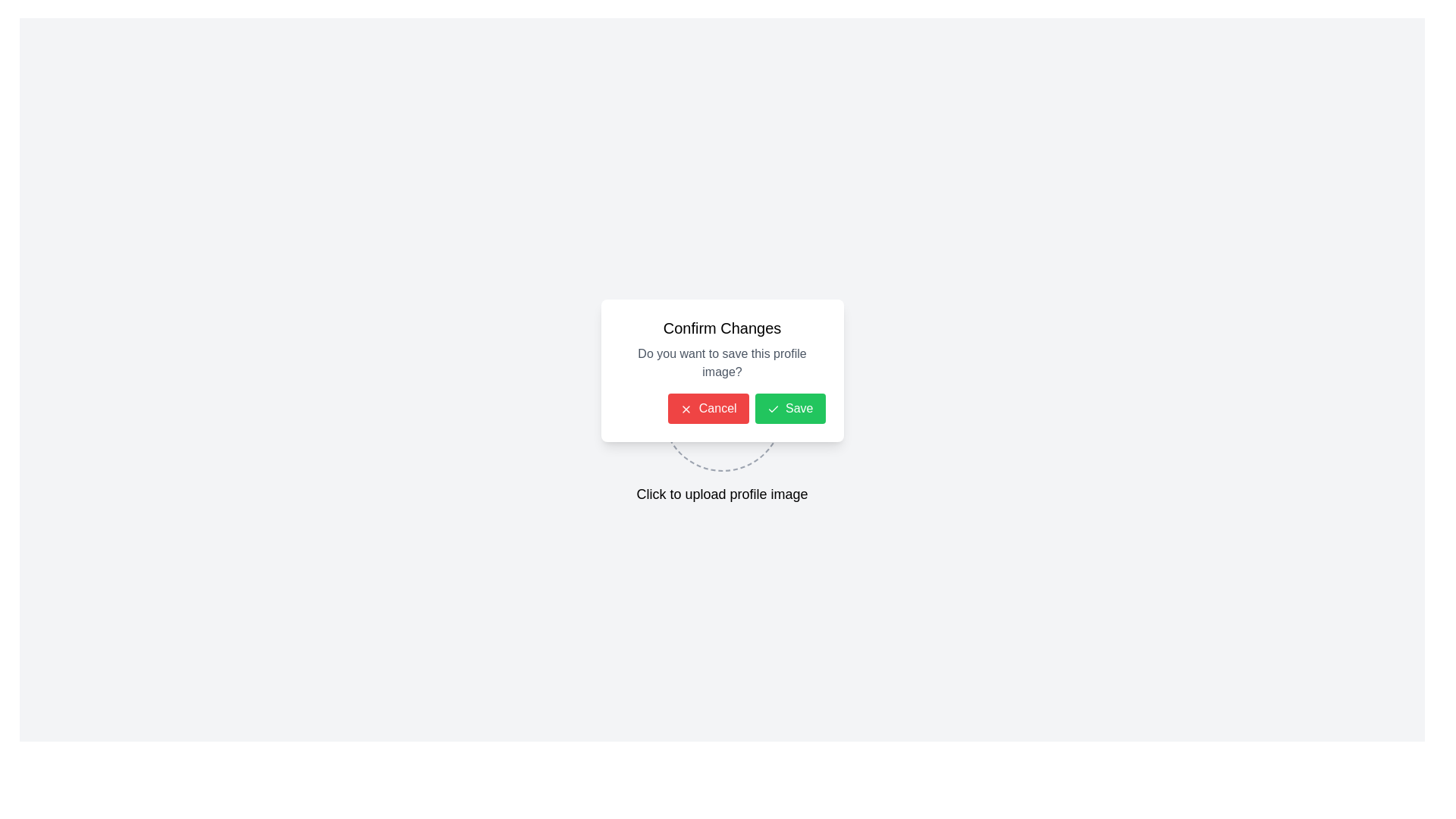  Describe the element at coordinates (686, 408) in the screenshot. I see `the decorative icon to the left of the 'Cancel' button in the 'Confirm Changes' dialog box` at that location.